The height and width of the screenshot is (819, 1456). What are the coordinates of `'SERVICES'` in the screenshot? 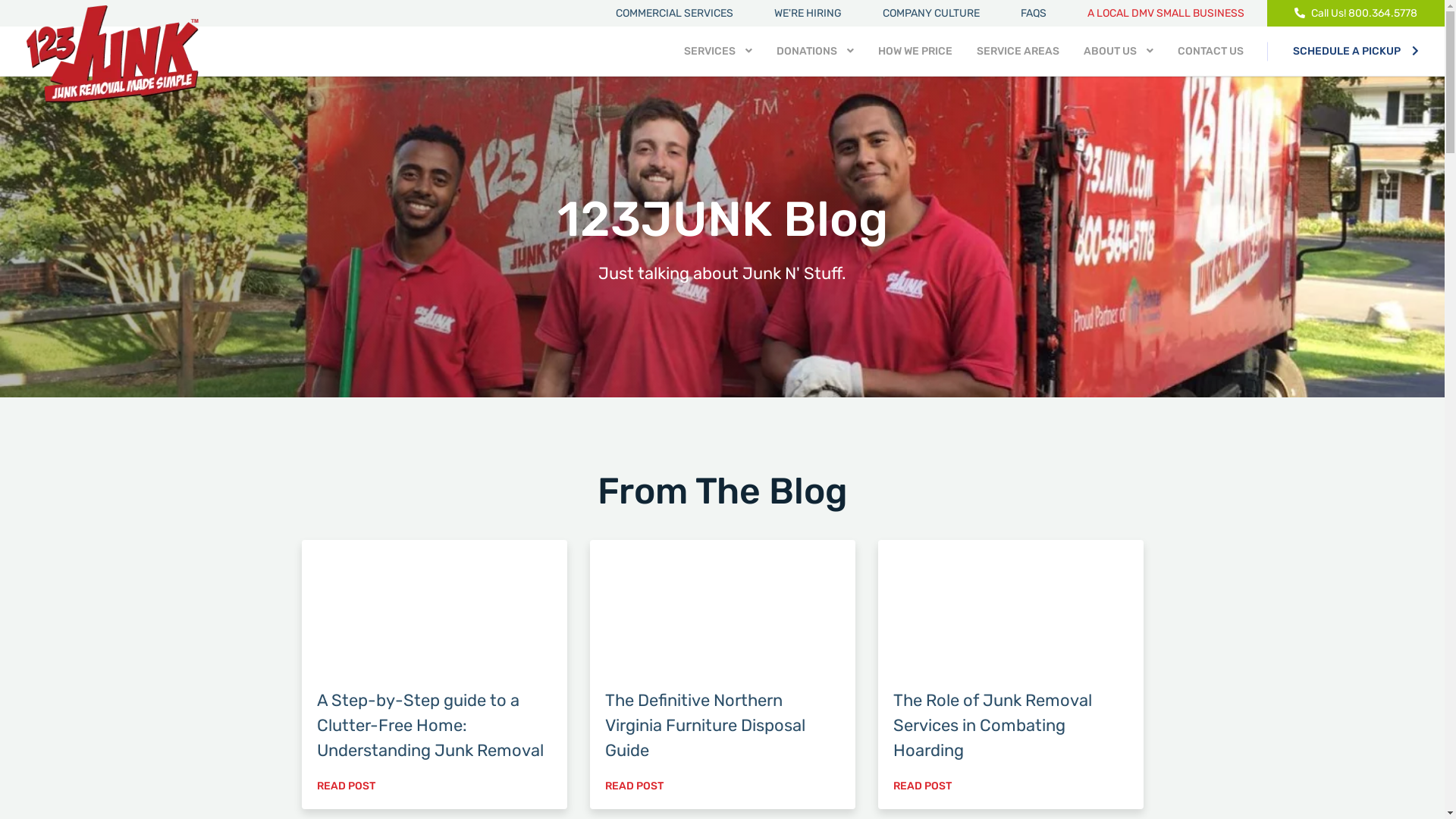 It's located at (717, 50).